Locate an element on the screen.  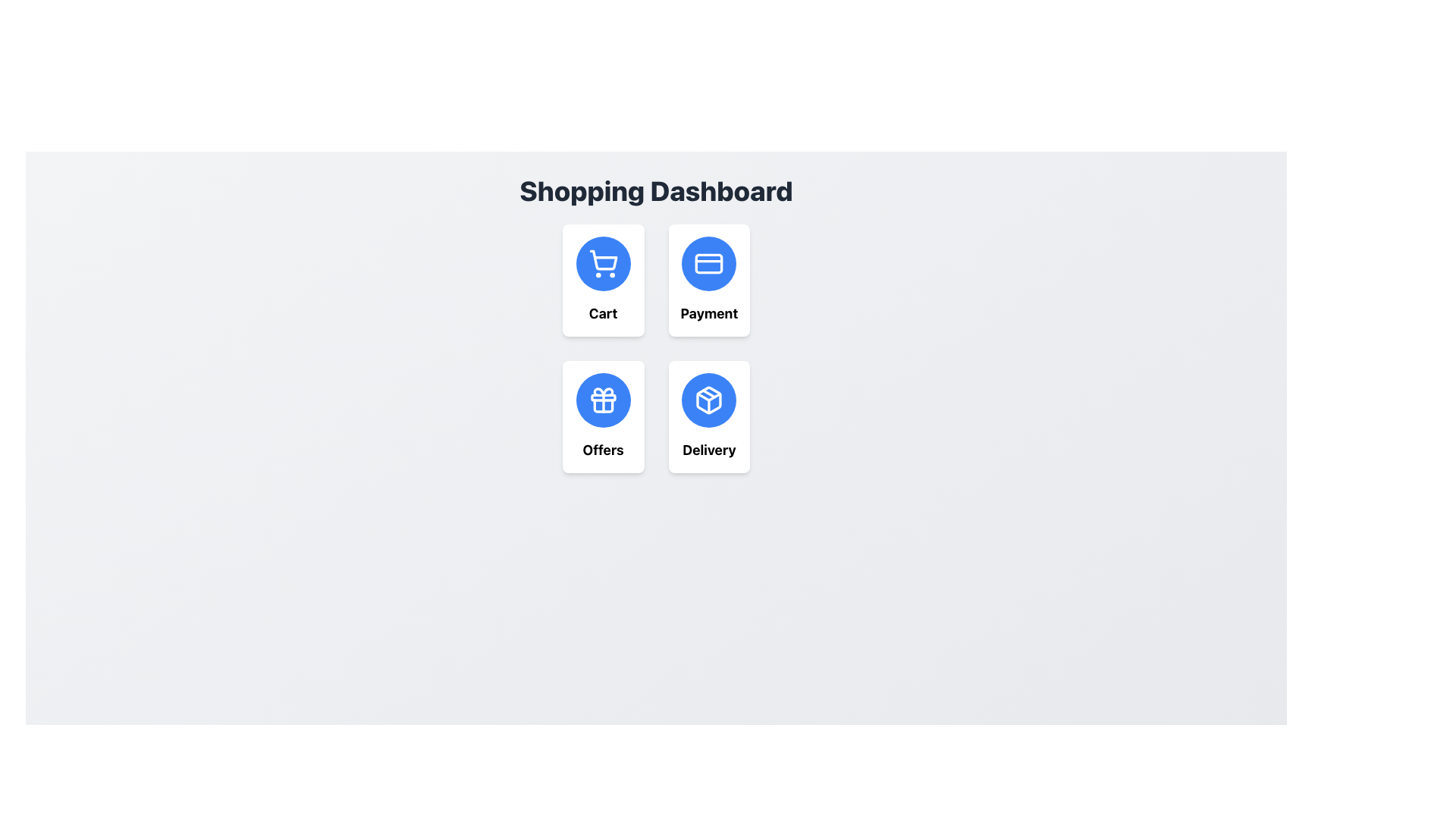
the gift icon with navigation functionality, which is located in the bottom-left quadrant of the interface is located at coordinates (602, 400).